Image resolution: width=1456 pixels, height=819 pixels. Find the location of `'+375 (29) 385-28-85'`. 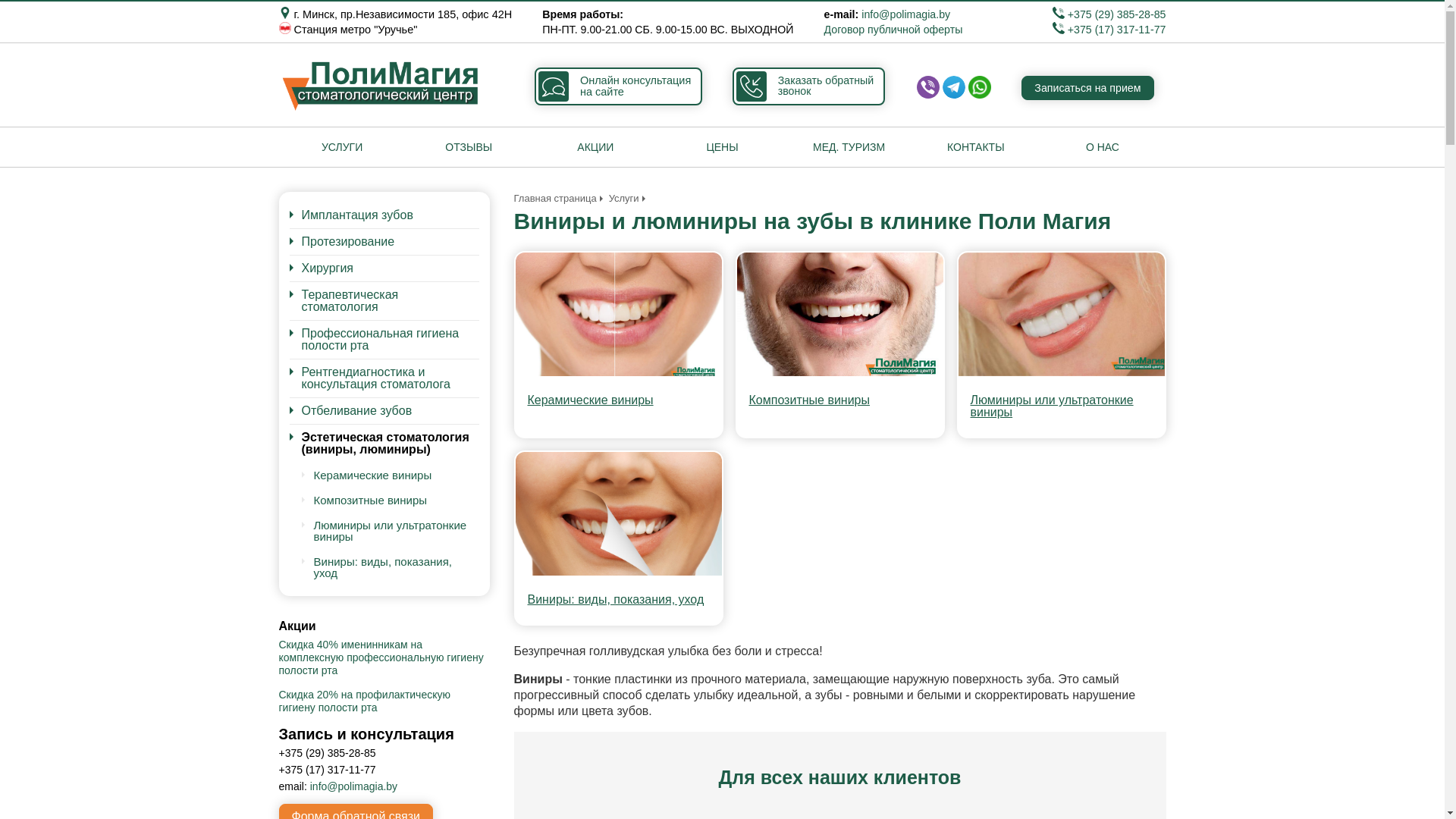

'+375 (29) 385-28-85' is located at coordinates (1109, 14).